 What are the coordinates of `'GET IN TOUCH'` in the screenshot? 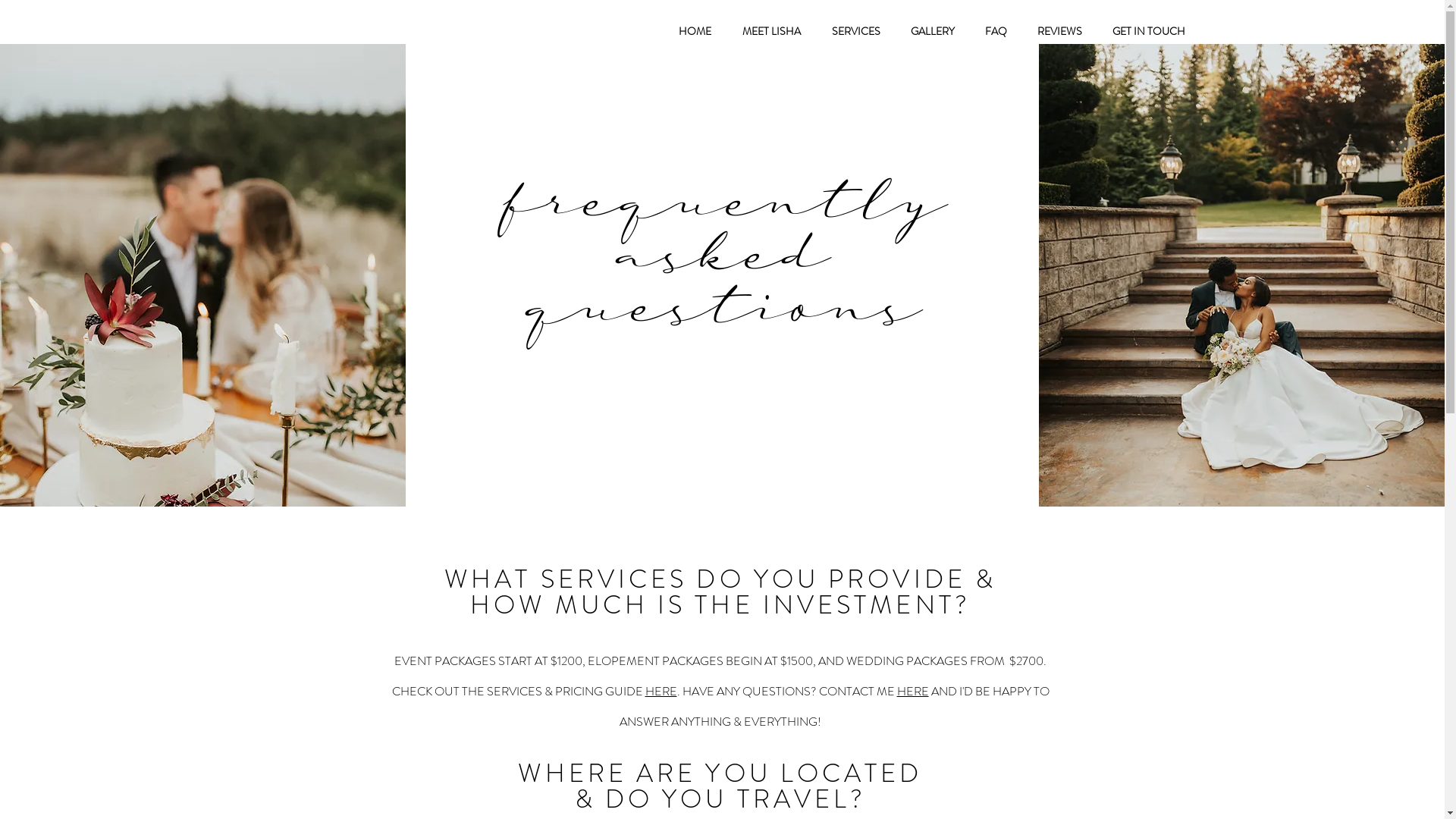 It's located at (1147, 31).